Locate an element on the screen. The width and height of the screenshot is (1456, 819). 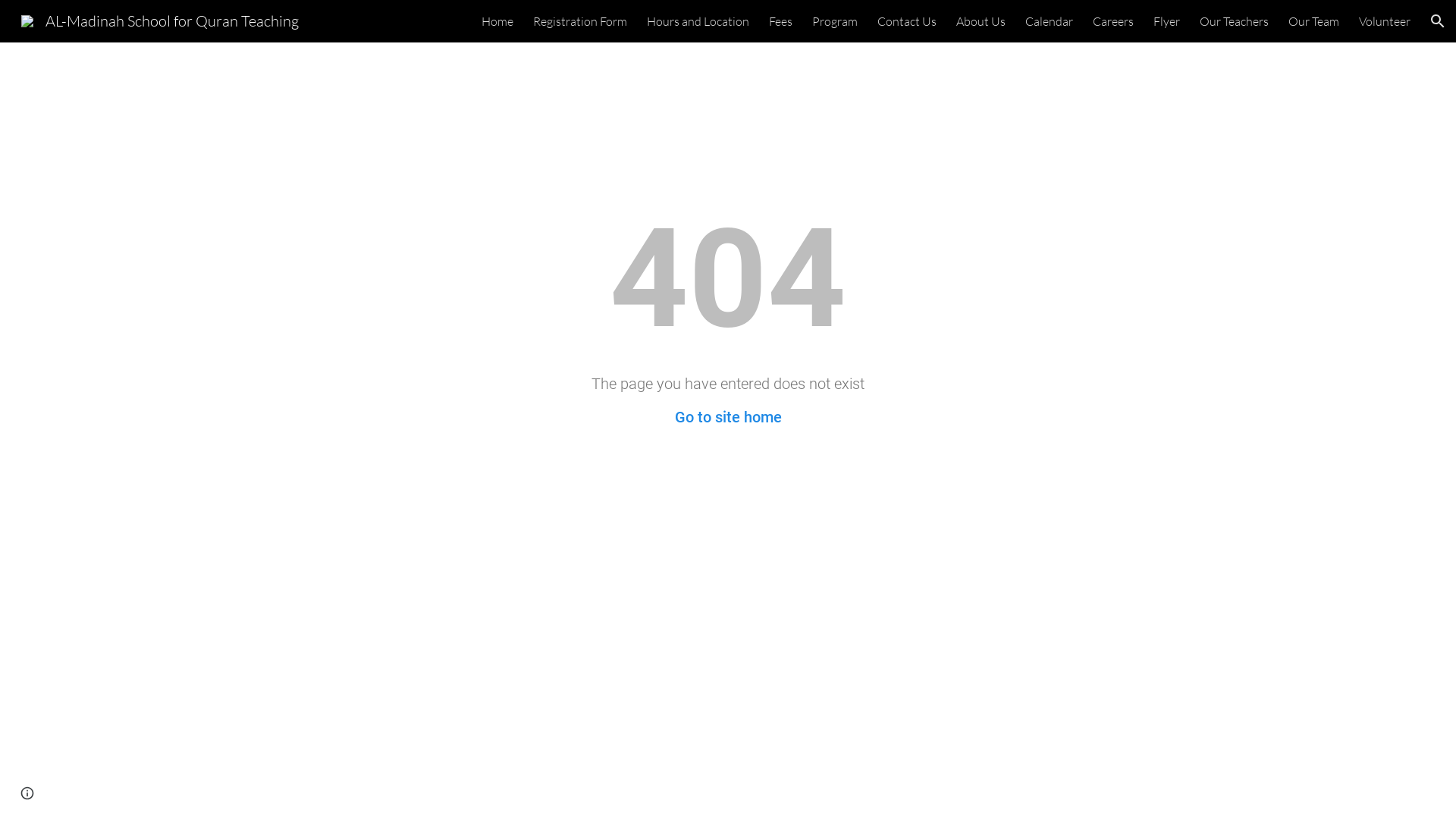
'Our Team' is located at coordinates (1288, 20).